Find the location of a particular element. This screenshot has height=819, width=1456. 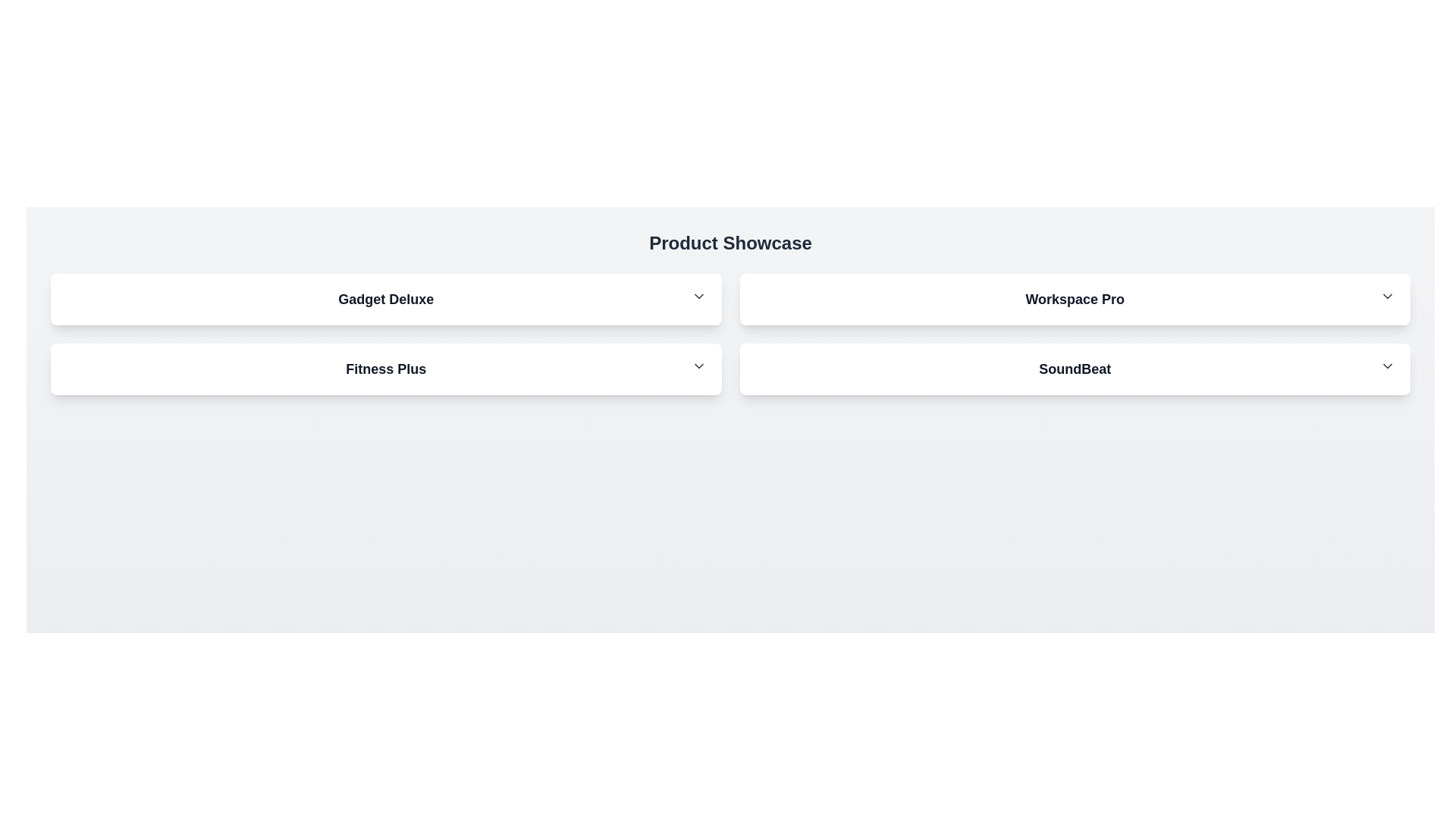

the Text Label that identifies the feature as 'Workspace Pro', located in the top-right quadrant of the layout grid is located at coordinates (1074, 299).